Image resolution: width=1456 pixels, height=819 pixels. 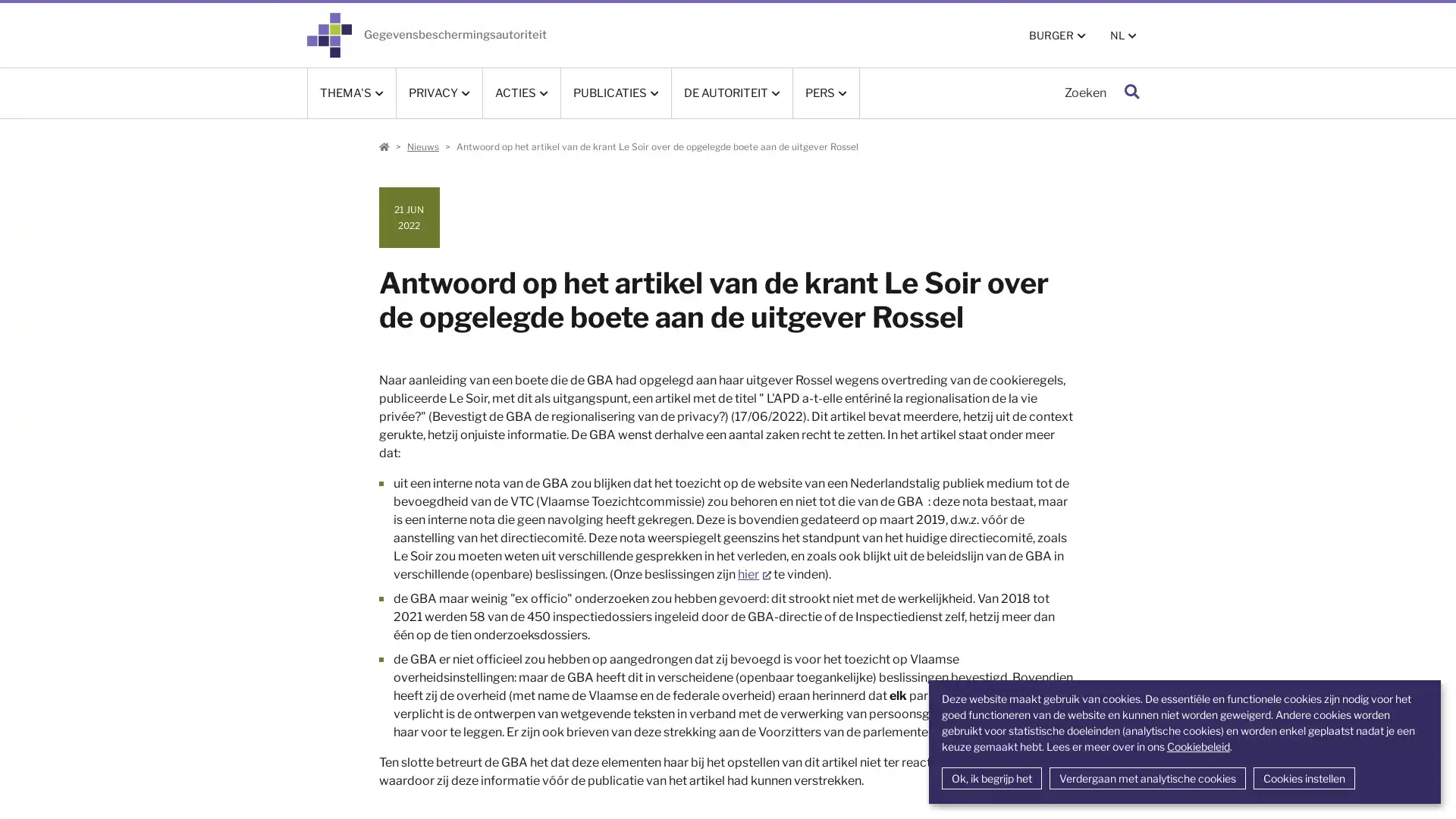 What do you see at coordinates (1131, 93) in the screenshot?
I see `Zoeken` at bounding box center [1131, 93].